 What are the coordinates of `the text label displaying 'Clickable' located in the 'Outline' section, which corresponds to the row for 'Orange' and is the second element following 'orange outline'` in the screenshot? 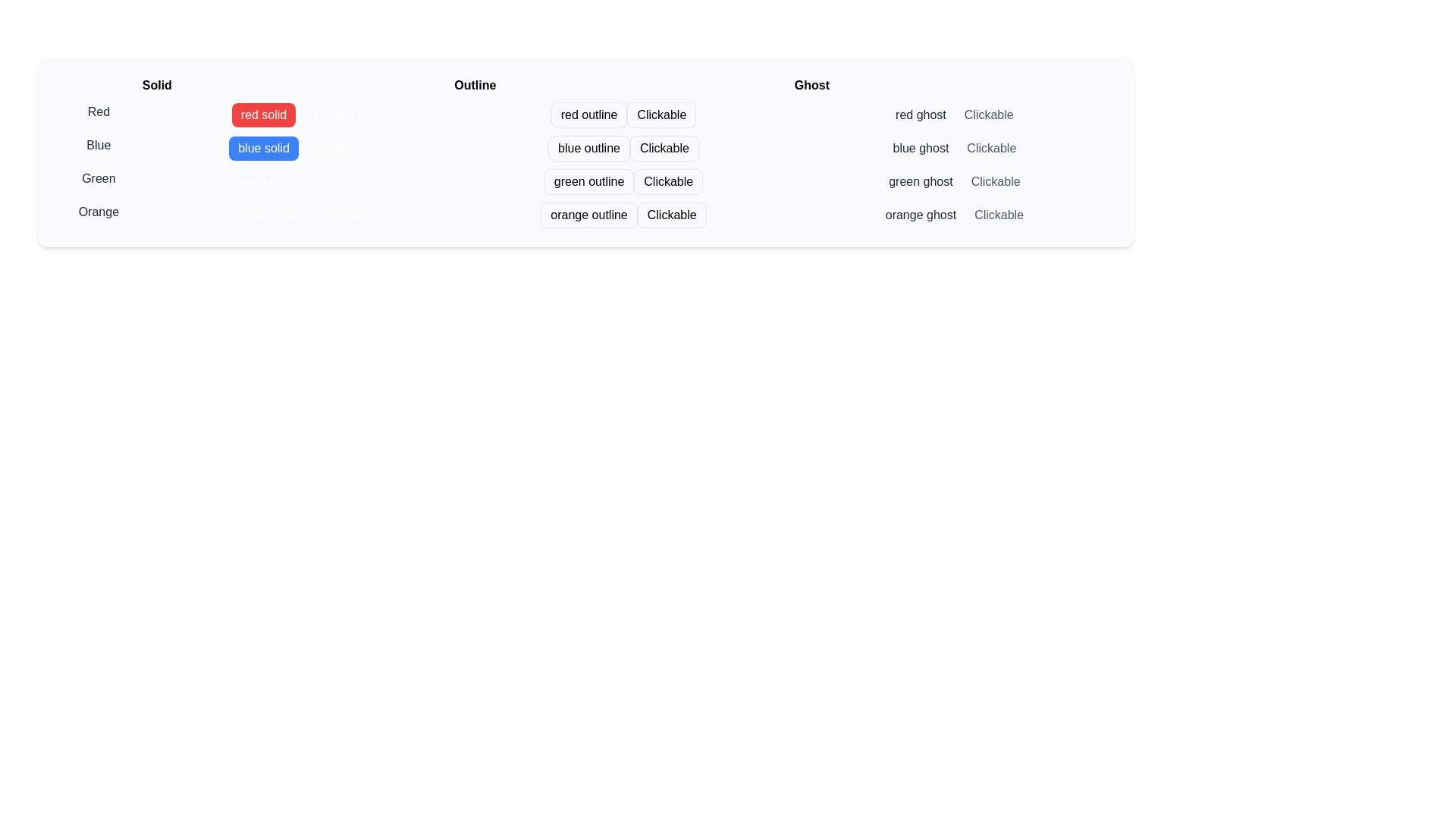 It's located at (671, 215).